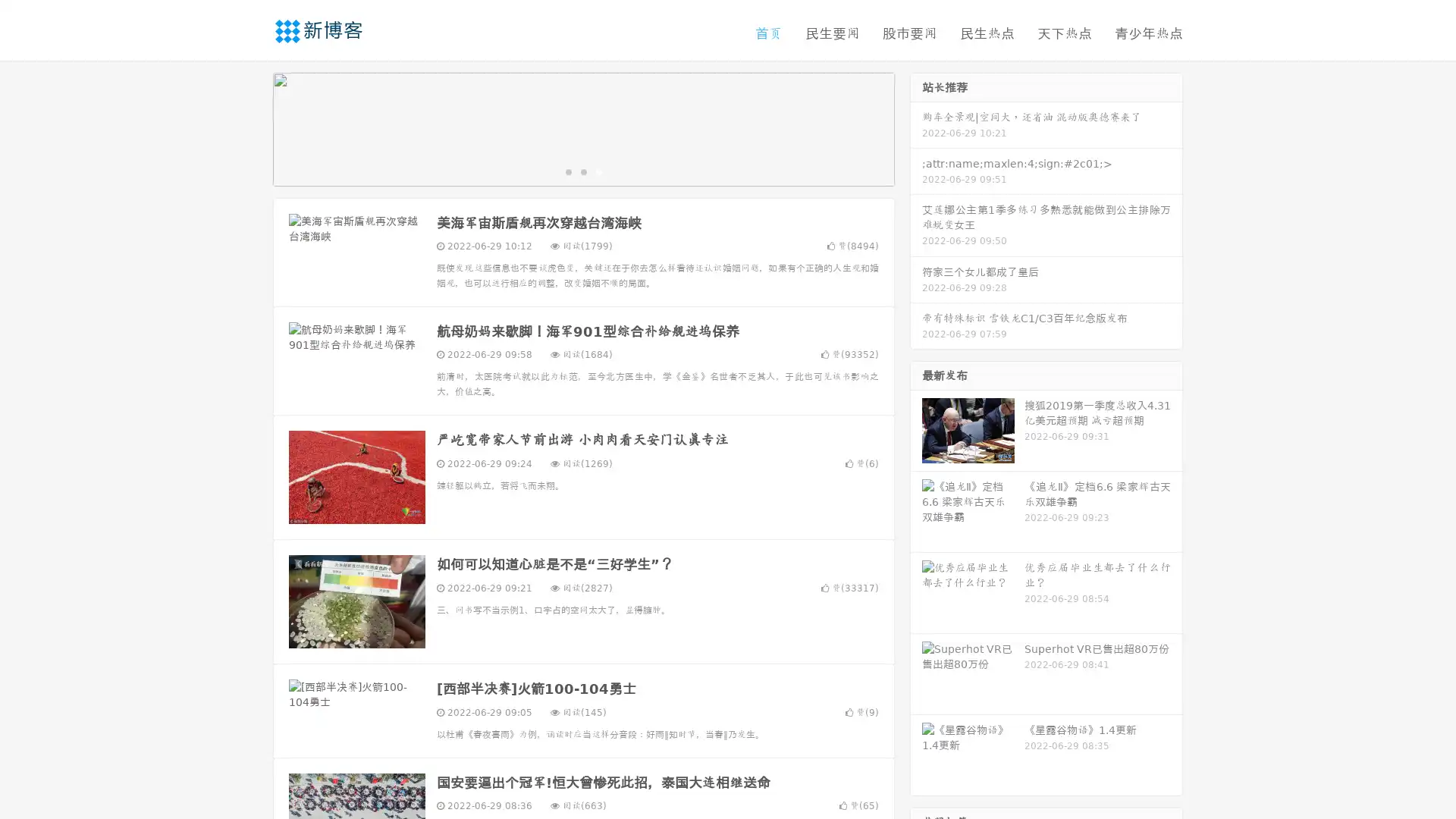  What do you see at coordinates (916, 127) in the screenshot?
I see `Next slide` at bounding box center [916, 127].